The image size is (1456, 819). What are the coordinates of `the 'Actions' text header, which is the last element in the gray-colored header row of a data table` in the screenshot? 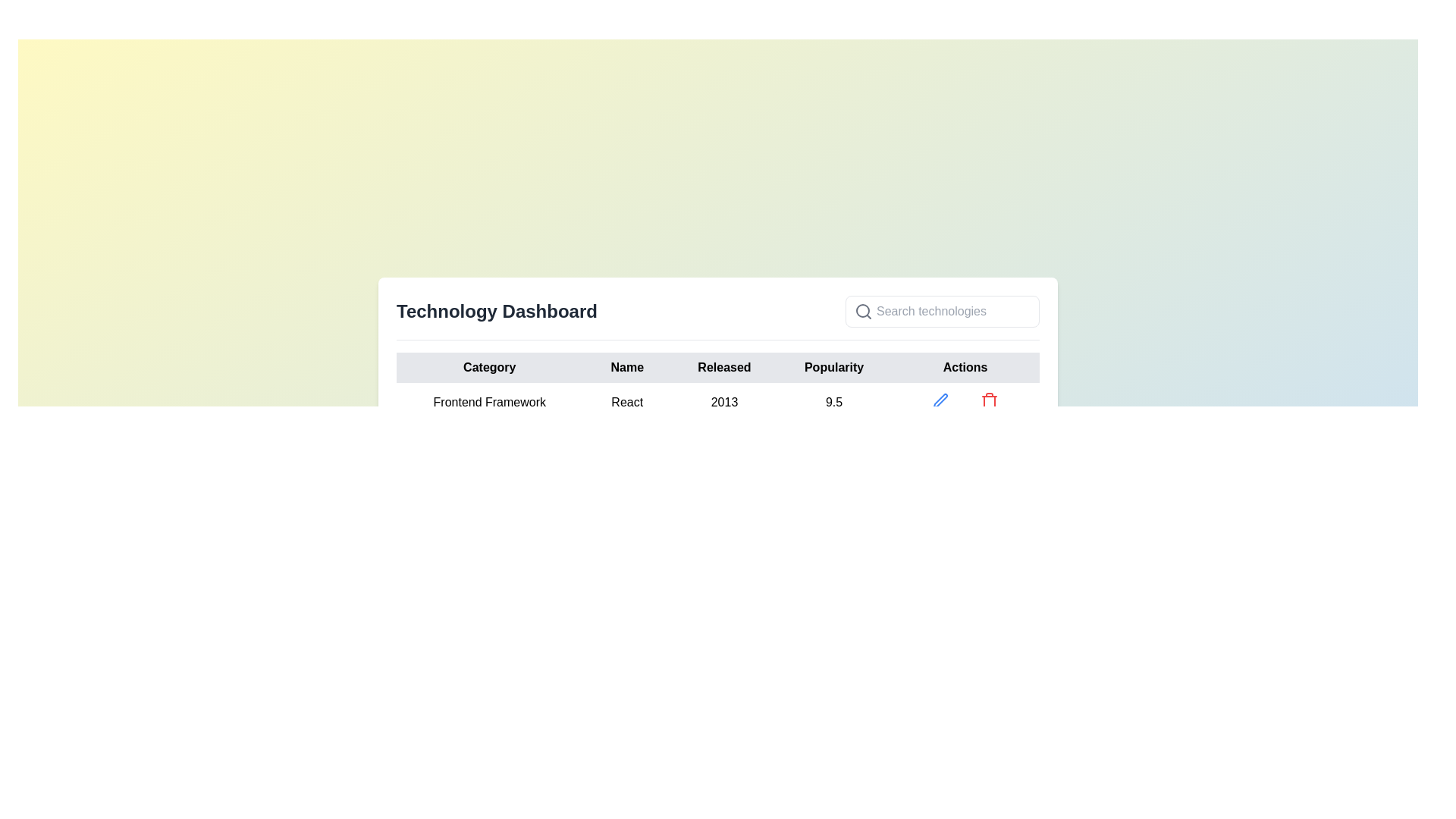 It's located at (964, 368).